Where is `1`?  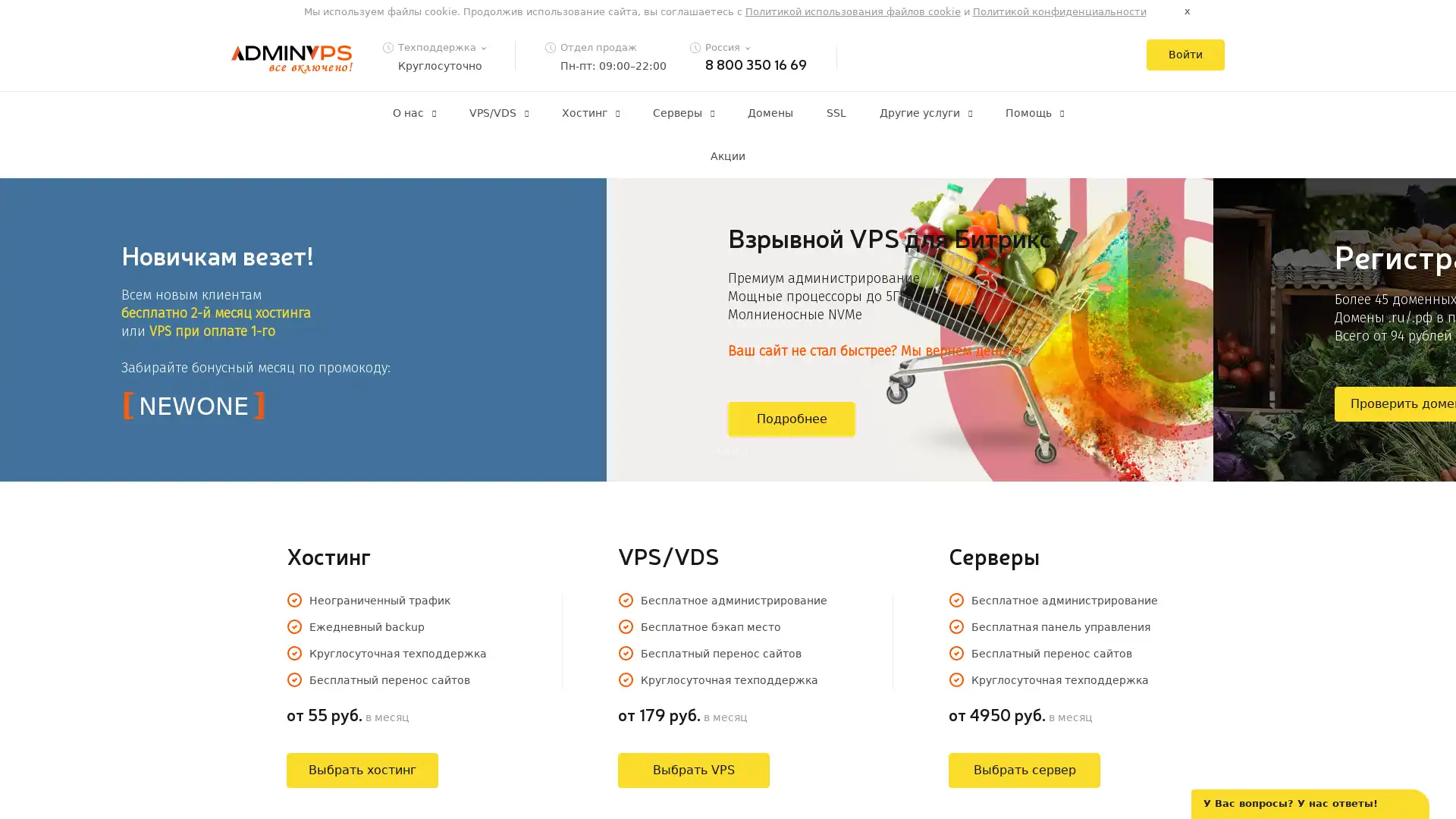 1 is located at coordinates (709, 450).